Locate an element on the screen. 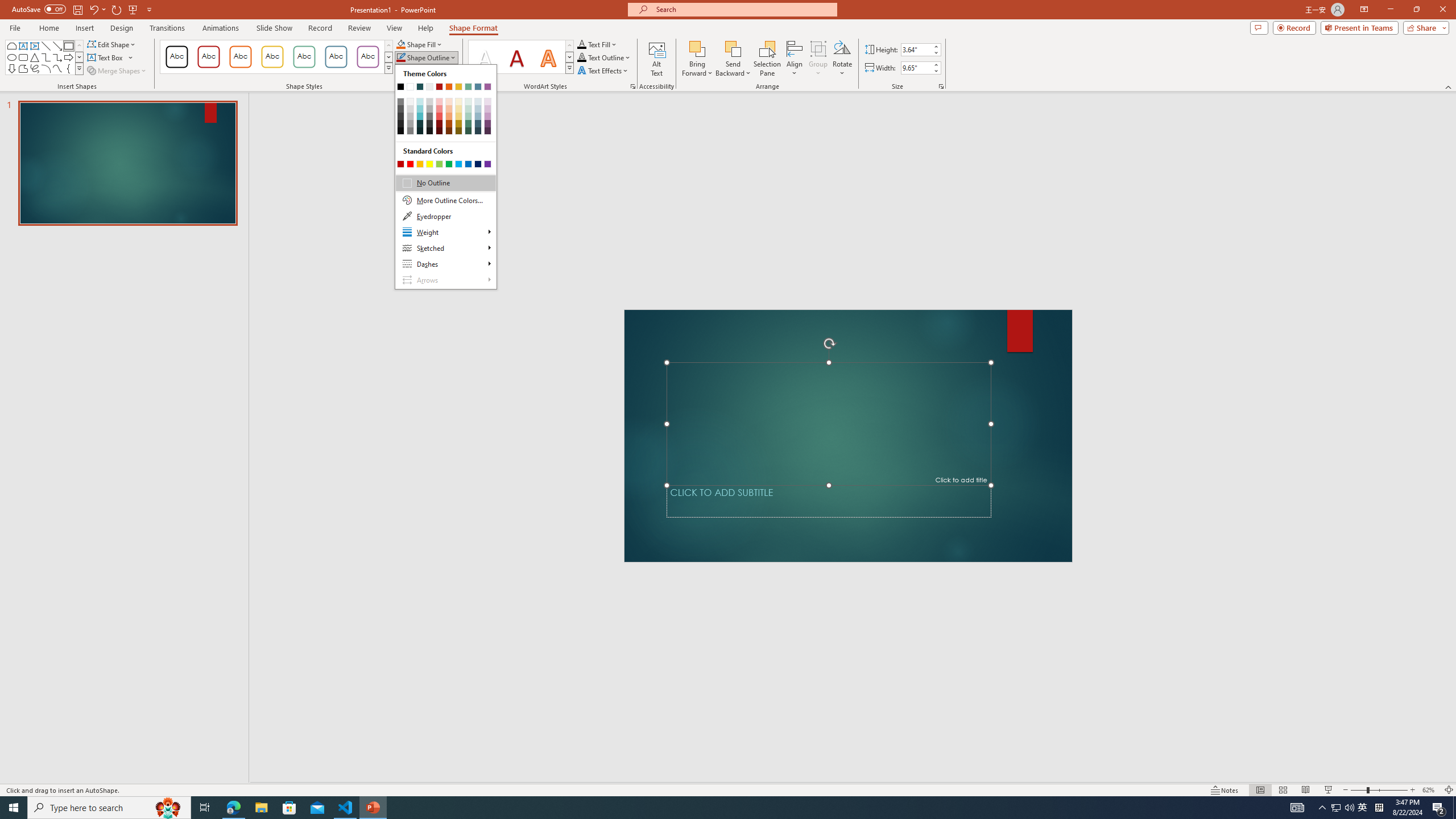 This screenshot has width=1456, height=819. 'Colored Outline - Gold, Accent 3' is located at coordinates (271, 56).